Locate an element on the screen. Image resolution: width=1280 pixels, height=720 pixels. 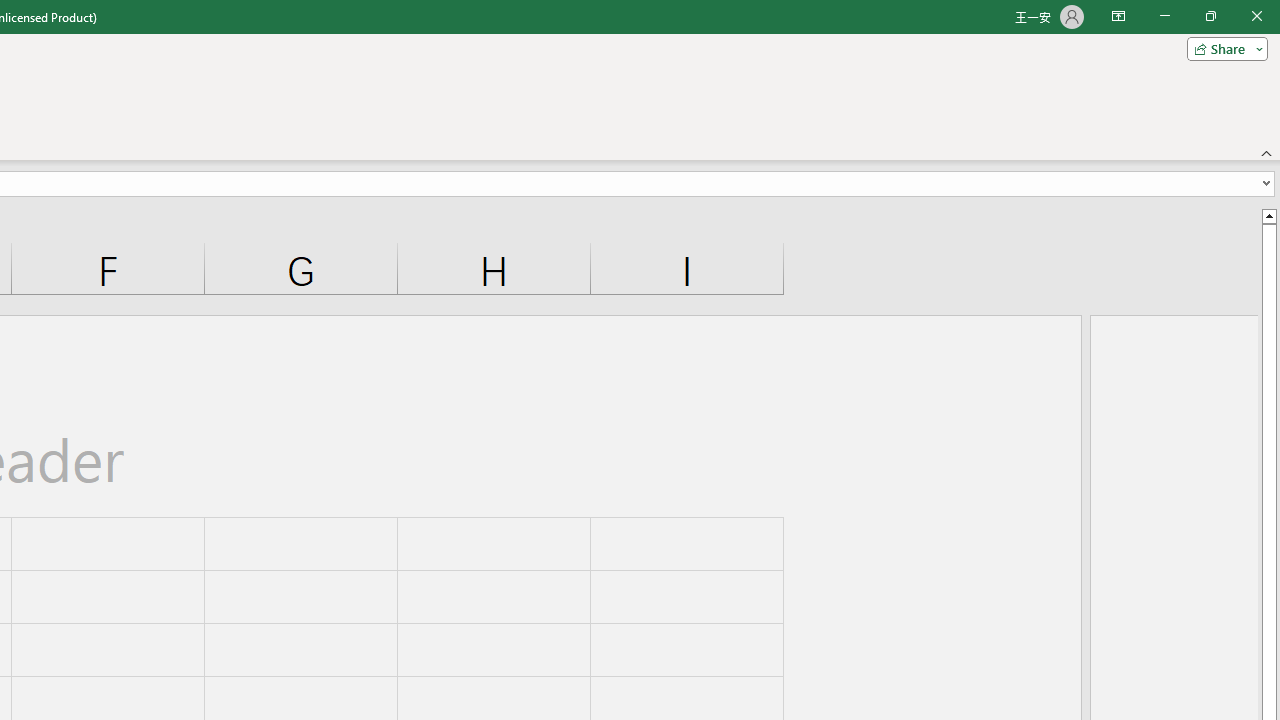
'Close' is located at coordinates (1255, 16).